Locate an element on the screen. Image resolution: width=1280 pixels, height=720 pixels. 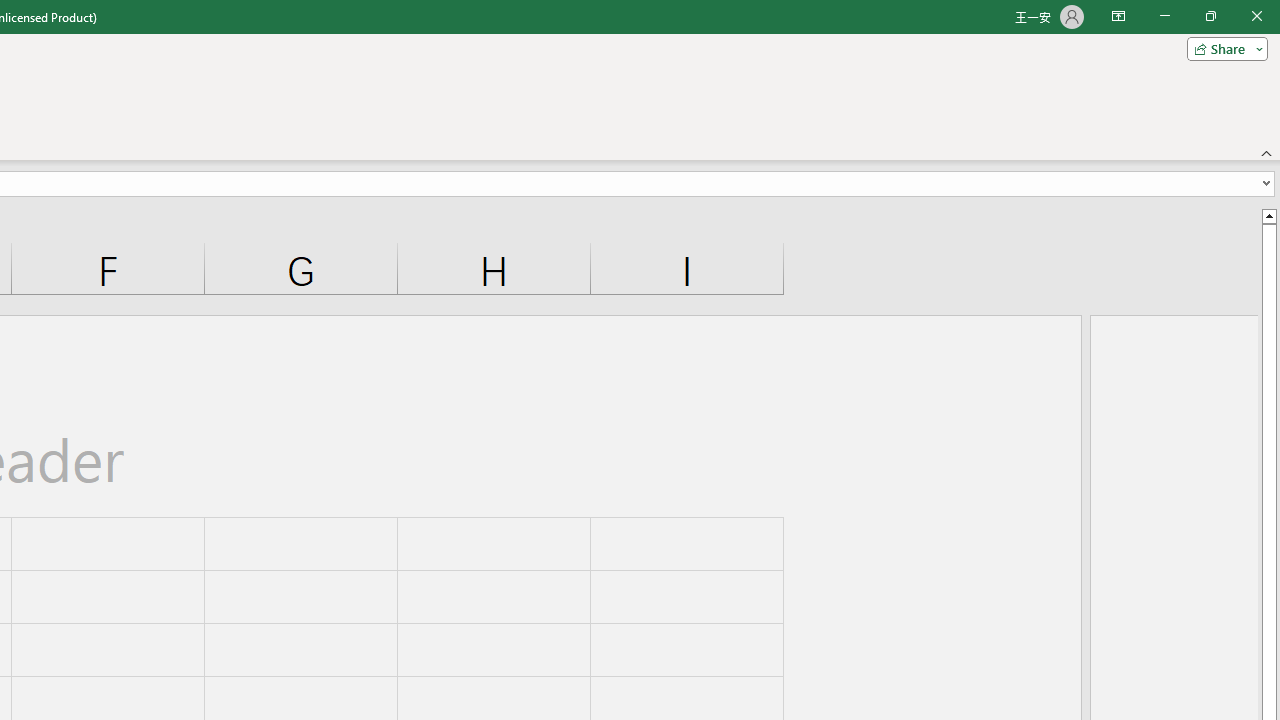
'Close' is located at coordinates (1255, 16).